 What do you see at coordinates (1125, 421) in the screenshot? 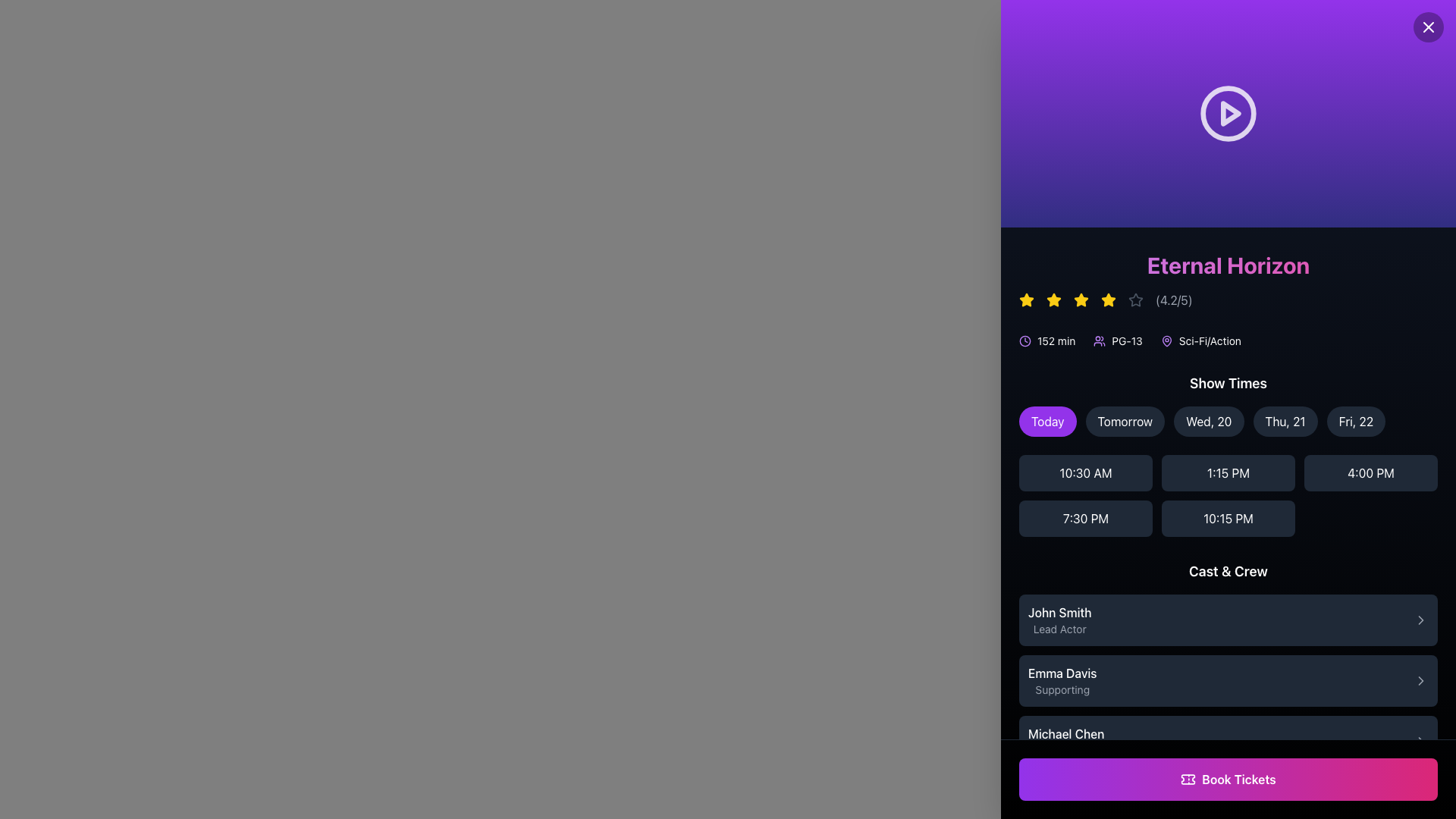
I see `the 'Tomorrow' button, which is the second button from the left in the 'Show Times' section of the interface` at bounding box center [1125, 421].